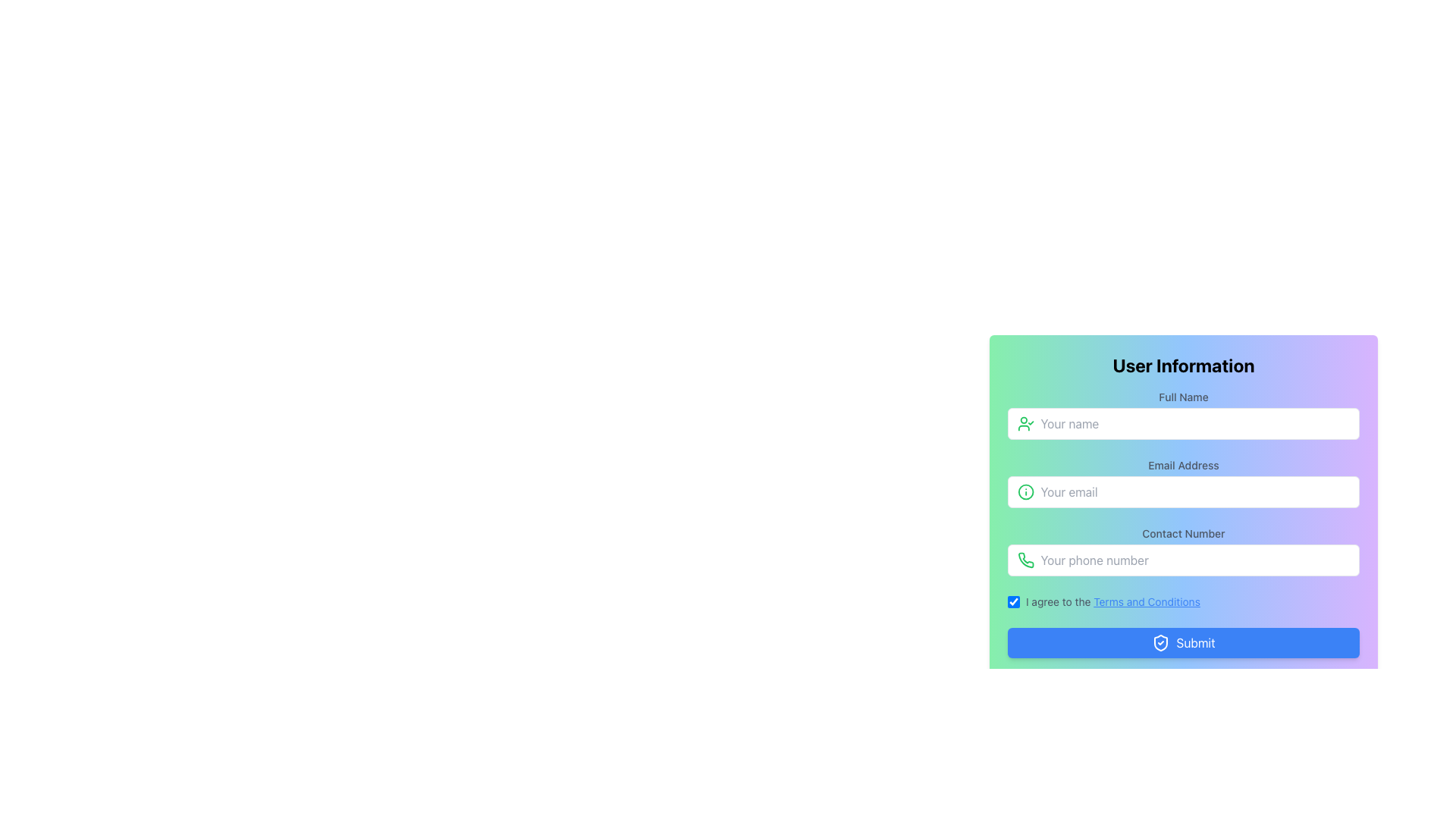  What do you see at coordinates (1160, 643) in the screenshot?
I see `the shield icon with a checkmark inside, which is located on the left side of the 'Submit' button, indicating security or approval` at bounding box center [1160, 643].